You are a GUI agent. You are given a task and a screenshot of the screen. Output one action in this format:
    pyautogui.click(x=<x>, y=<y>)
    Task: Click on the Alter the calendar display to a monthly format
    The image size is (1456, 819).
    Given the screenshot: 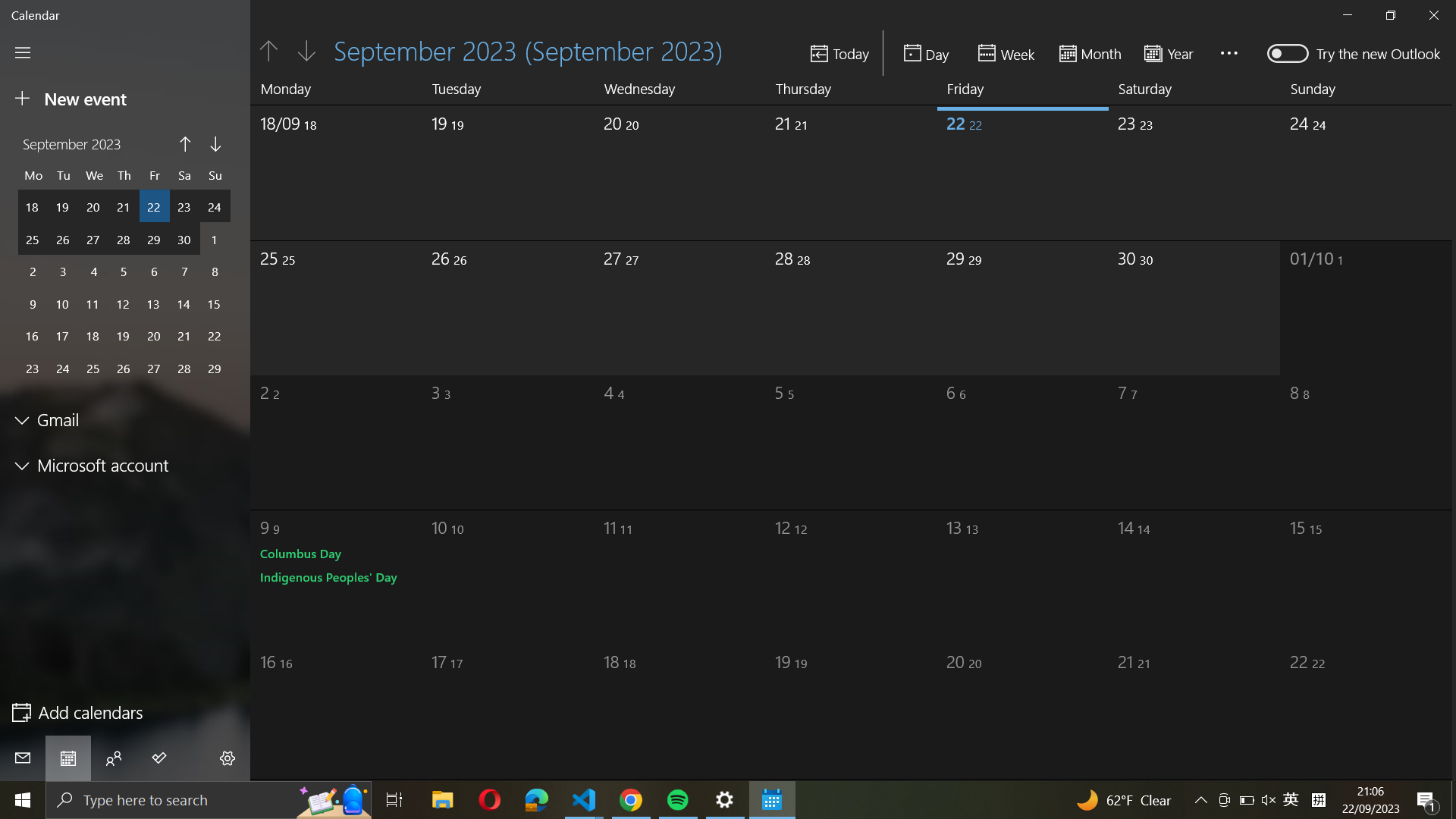 What is the action you would take?
    pyautogui.click(x=1090, y=52)
    